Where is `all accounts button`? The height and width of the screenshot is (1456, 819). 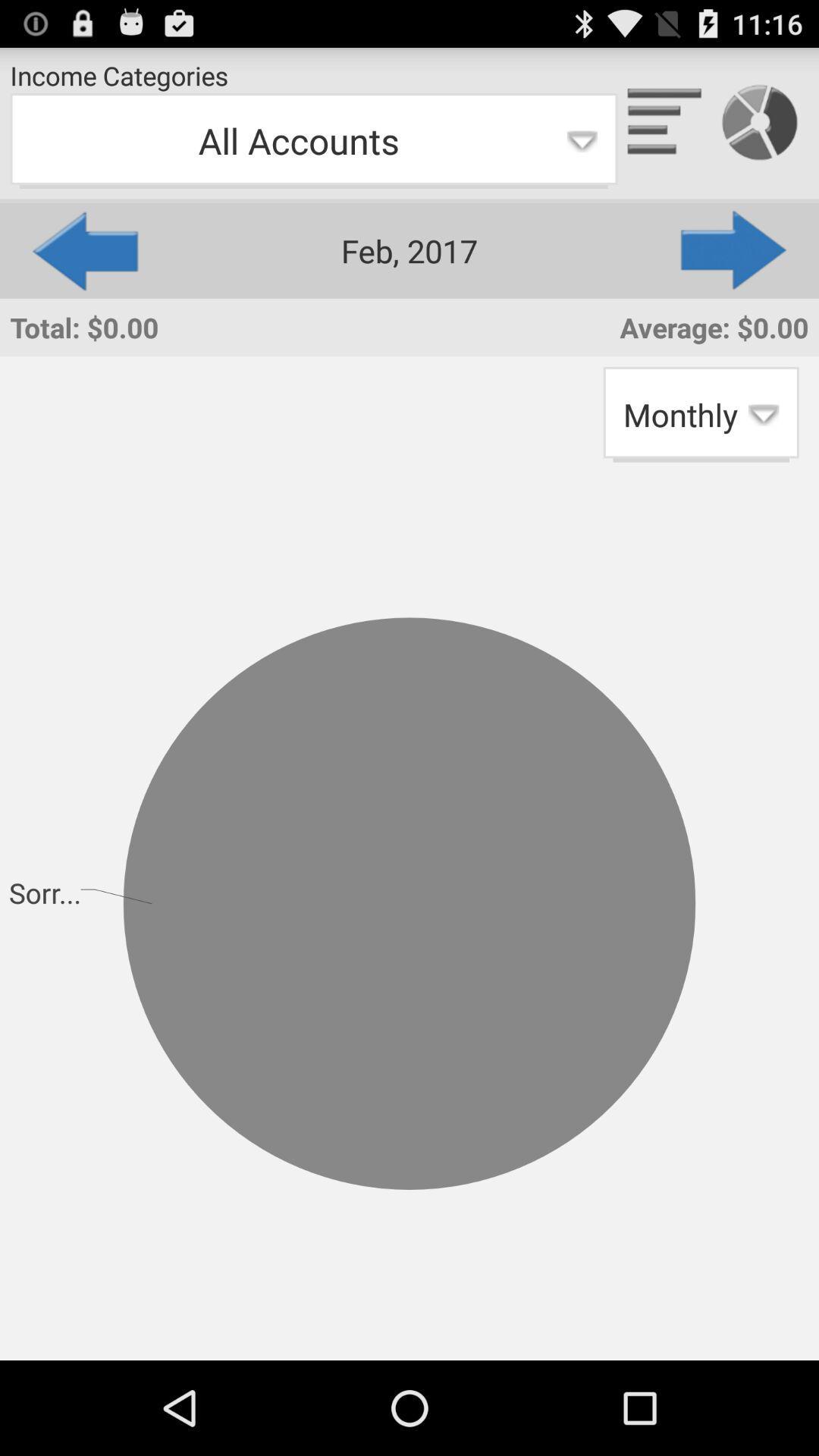 all accounts button is located at coordinates (312, 141).